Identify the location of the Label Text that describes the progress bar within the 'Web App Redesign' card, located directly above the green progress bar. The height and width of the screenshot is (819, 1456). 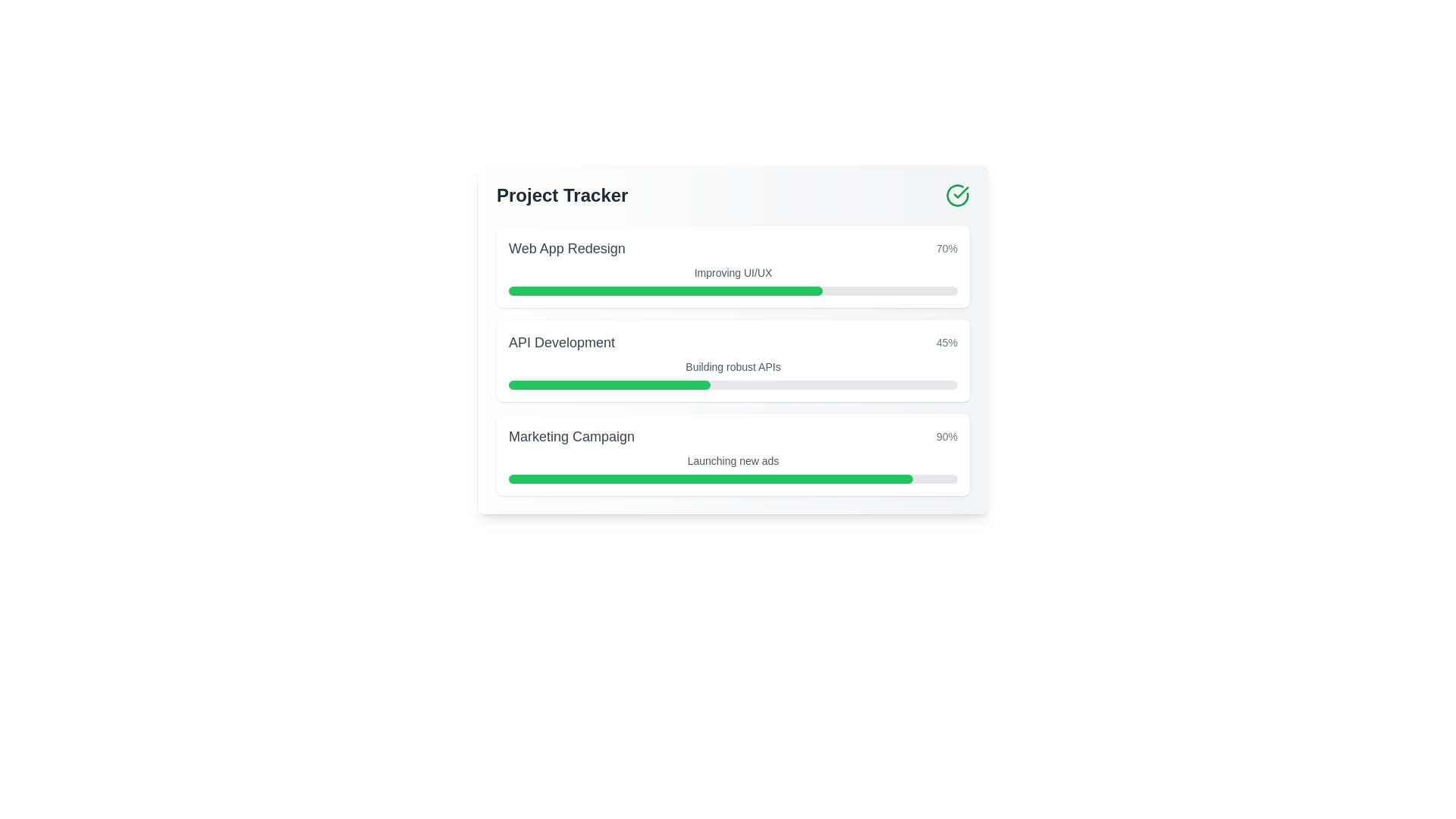
(733, 271).